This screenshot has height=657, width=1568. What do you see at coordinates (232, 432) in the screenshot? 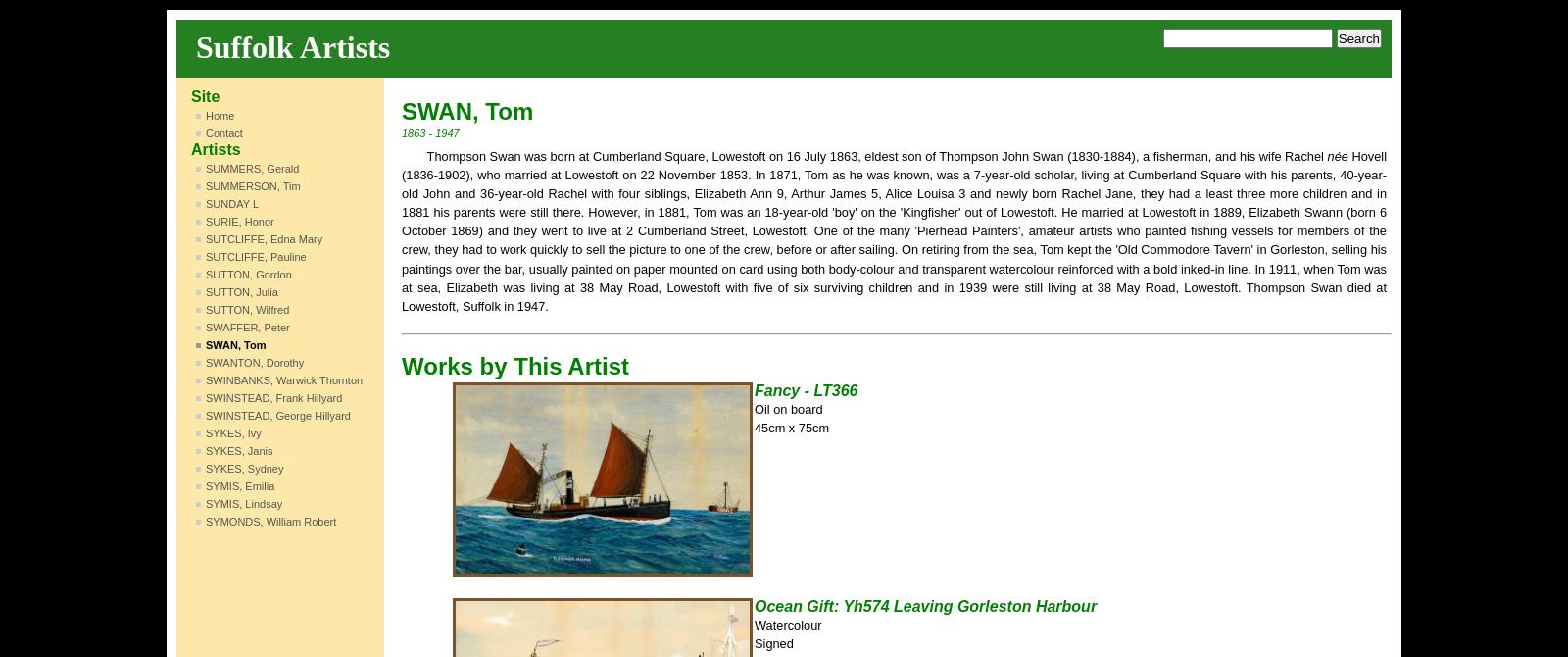
I see `'SYKES, Ivy'` at bounding box center [232, 432].